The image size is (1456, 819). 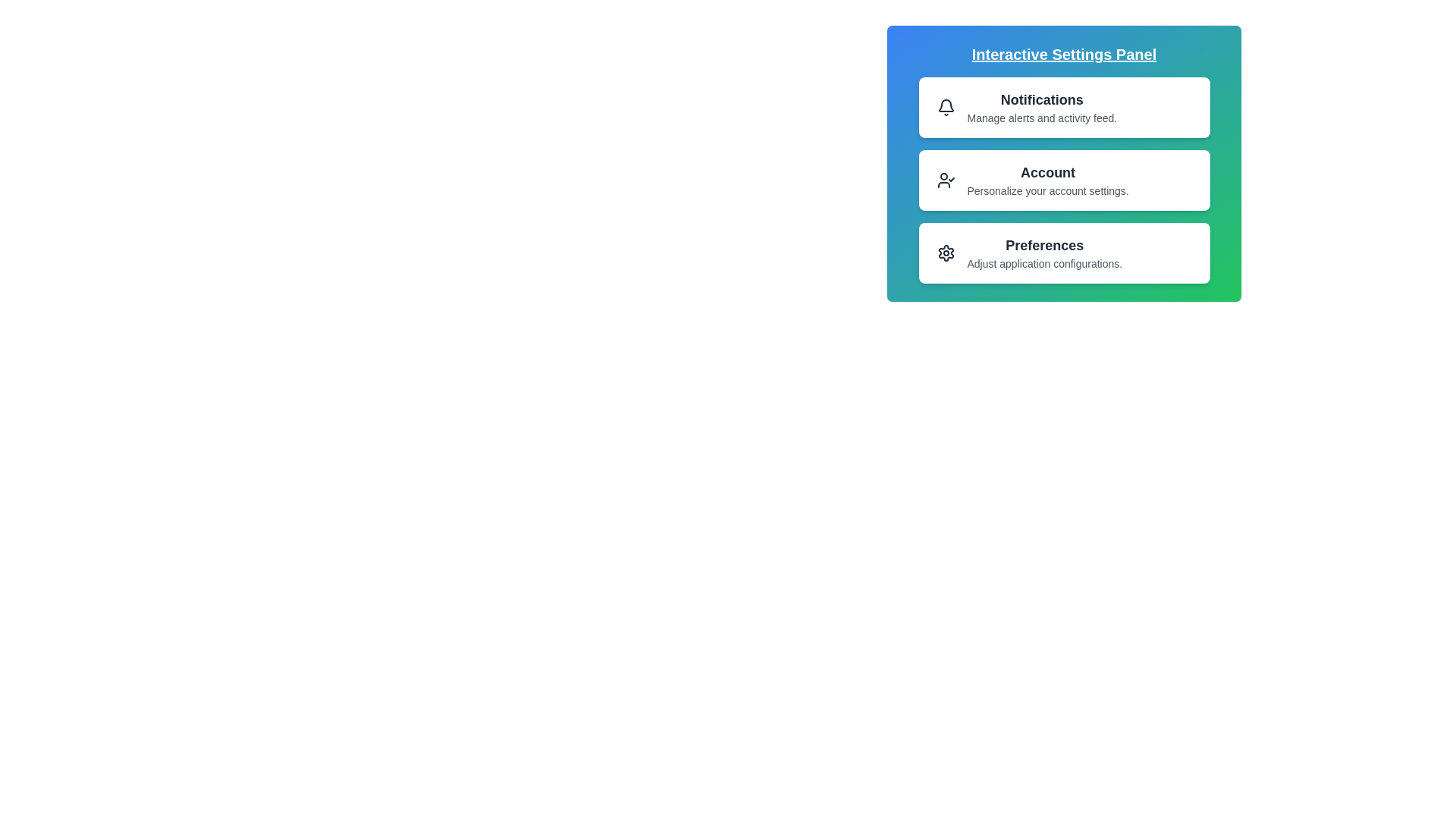 I want to click on the panel to inspect its background gradient effect, so click(x=1063, y=164).